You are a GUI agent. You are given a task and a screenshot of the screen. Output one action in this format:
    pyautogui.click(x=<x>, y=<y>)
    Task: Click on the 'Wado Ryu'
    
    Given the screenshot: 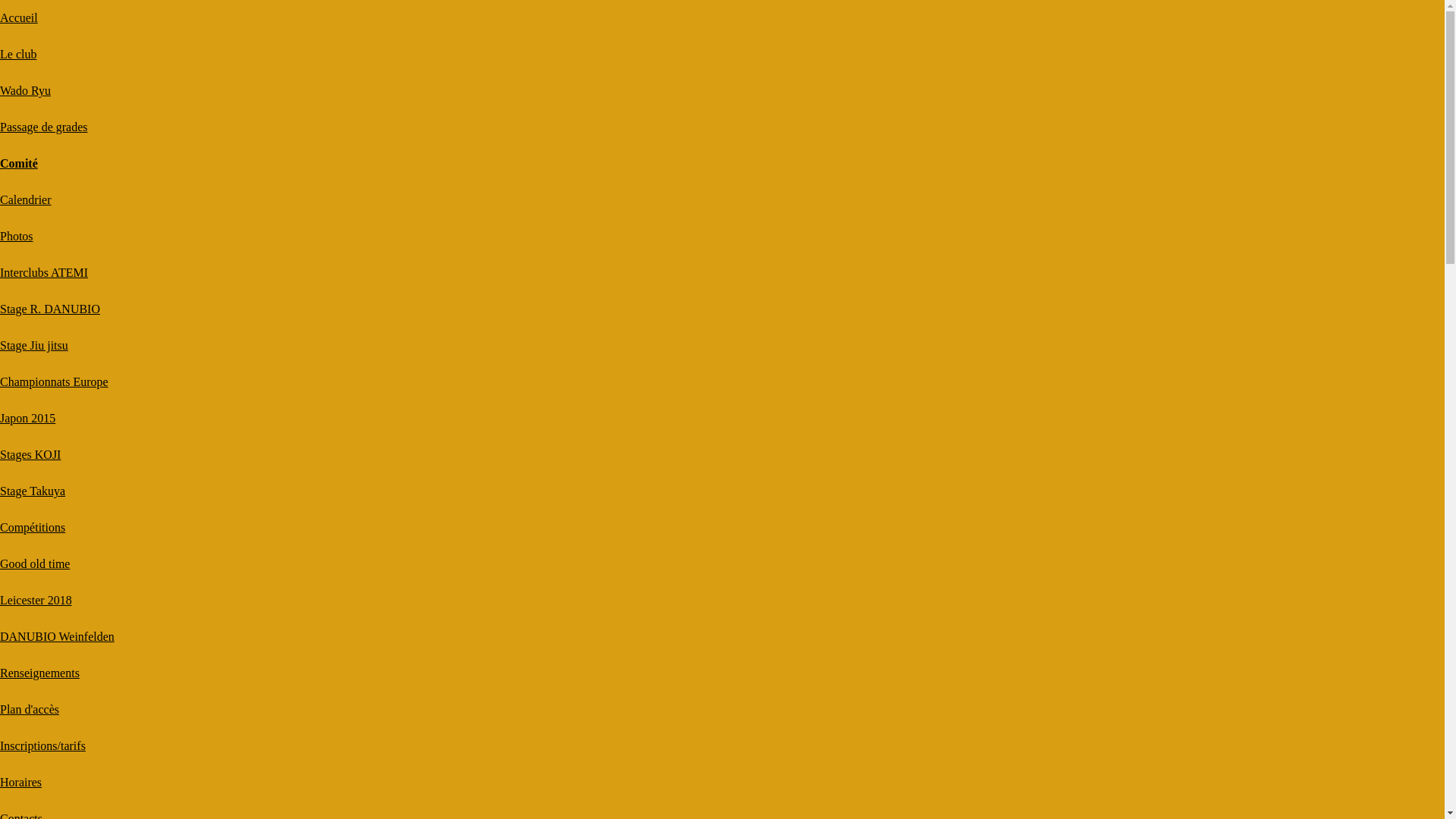 What is the action you would take?
    pyautogui.click(x=0, y=90)
    